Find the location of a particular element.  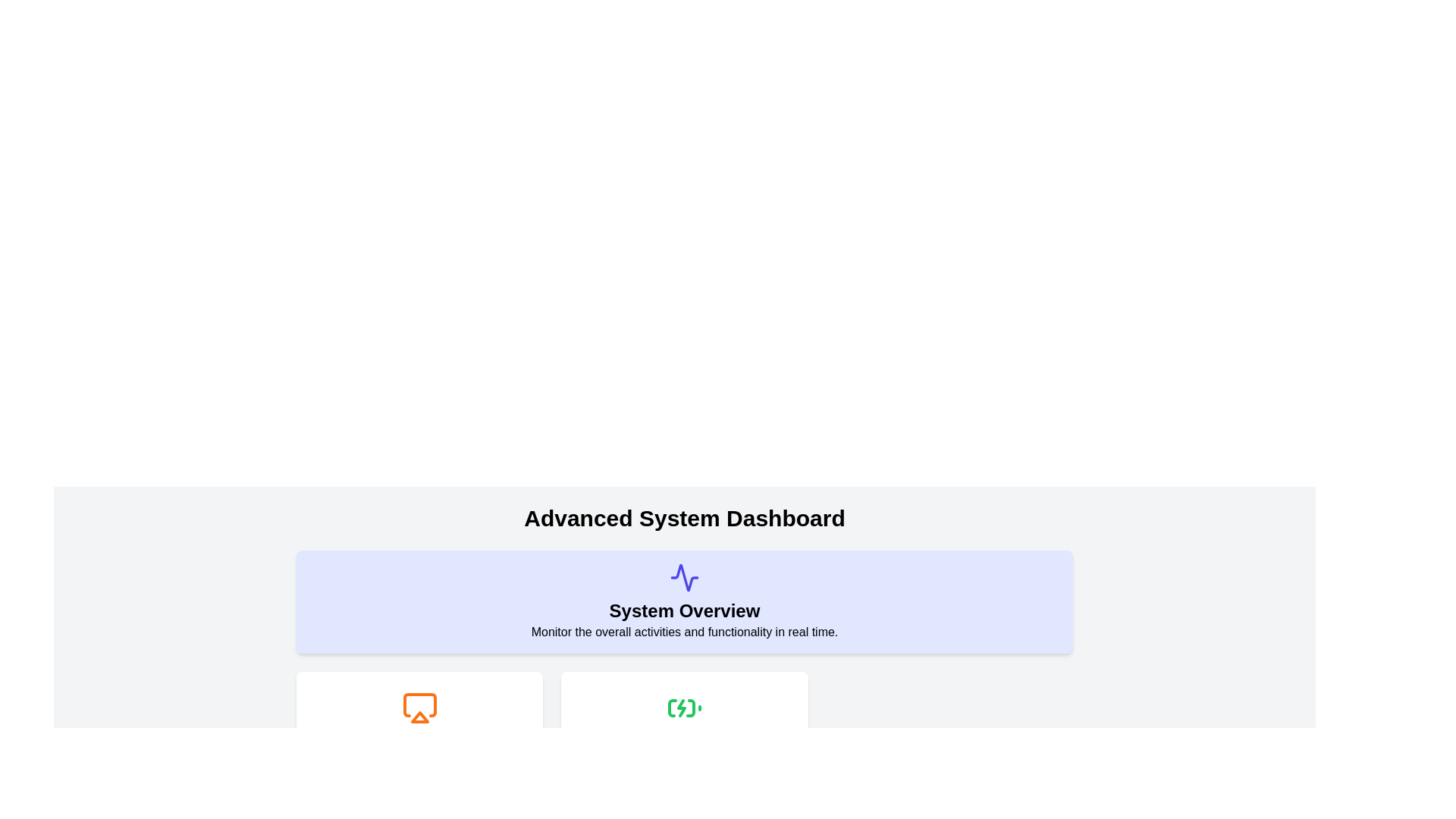

the display or airplay icon located at the top left corner of the 'Display Configuration' section, which visually represents display functionality is located at coordinates (419, 708).